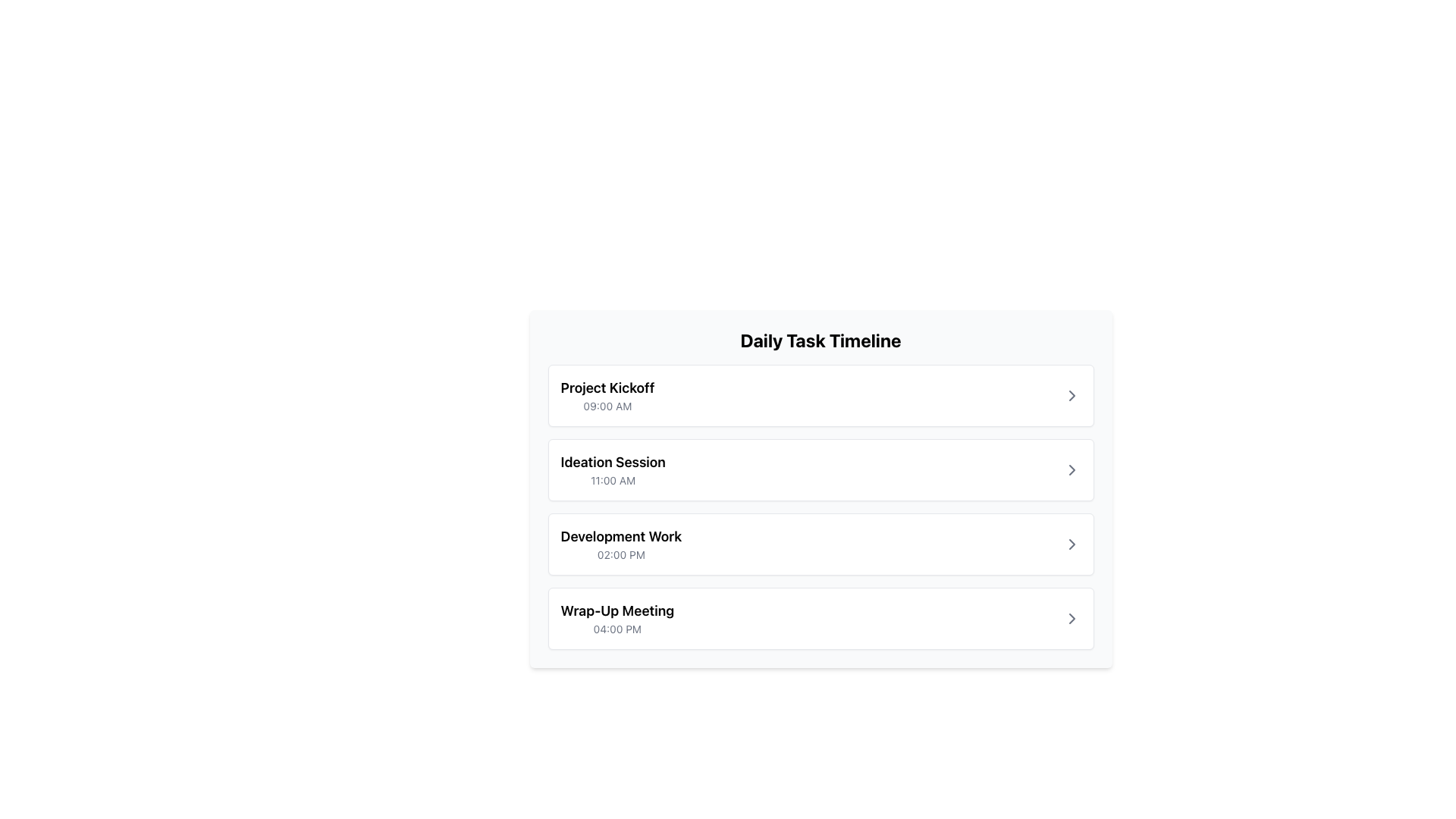 The height and width of the screenshot is (819, 1456). Describe the element at coordinates (820, 394) in the screenshot. I see `the topmost card representing the agenda item 'Project Kickoff' scheduled at 09:00 AM` at that location.